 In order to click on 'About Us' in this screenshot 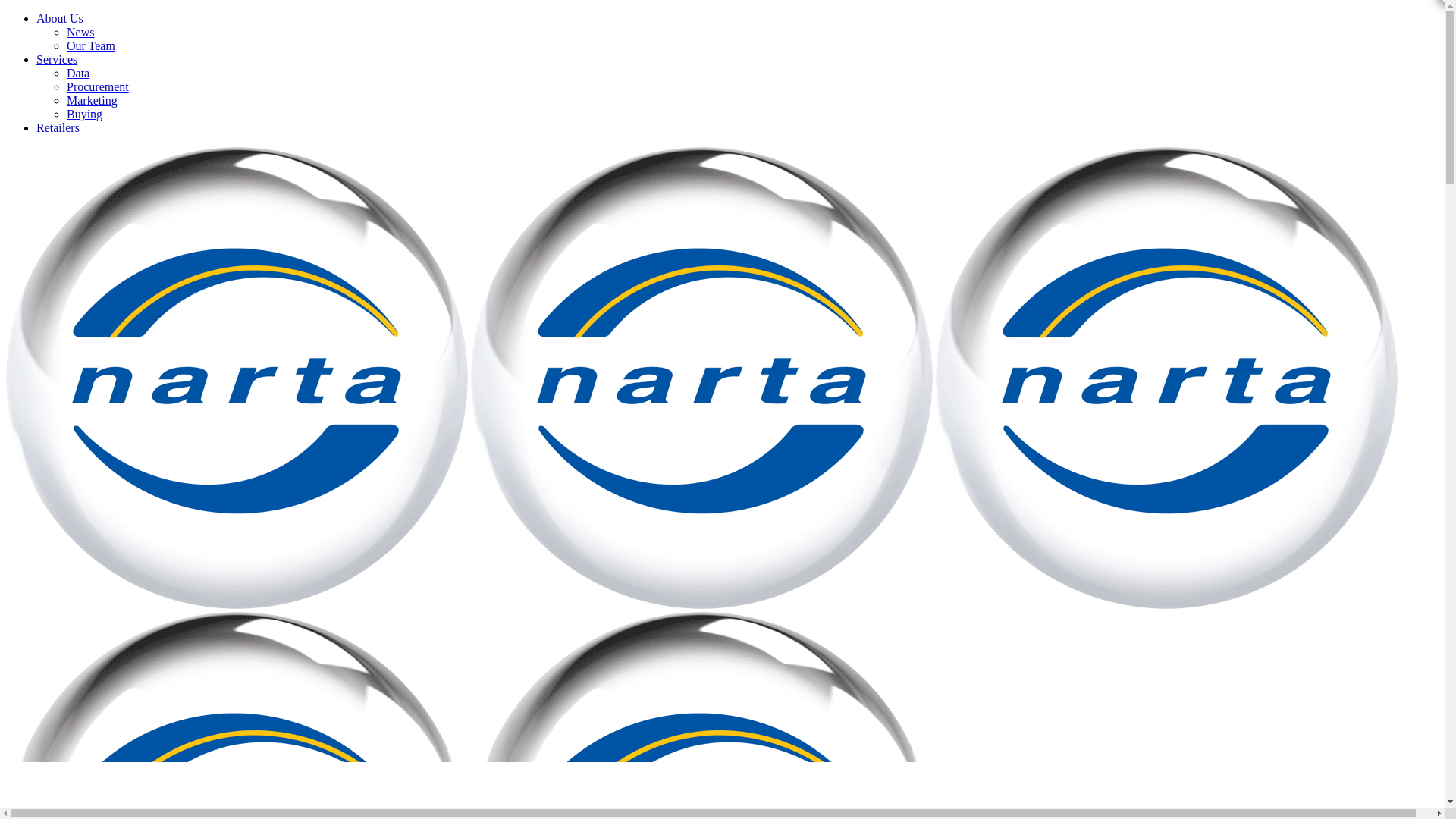, I will do `click(59, 18)`.